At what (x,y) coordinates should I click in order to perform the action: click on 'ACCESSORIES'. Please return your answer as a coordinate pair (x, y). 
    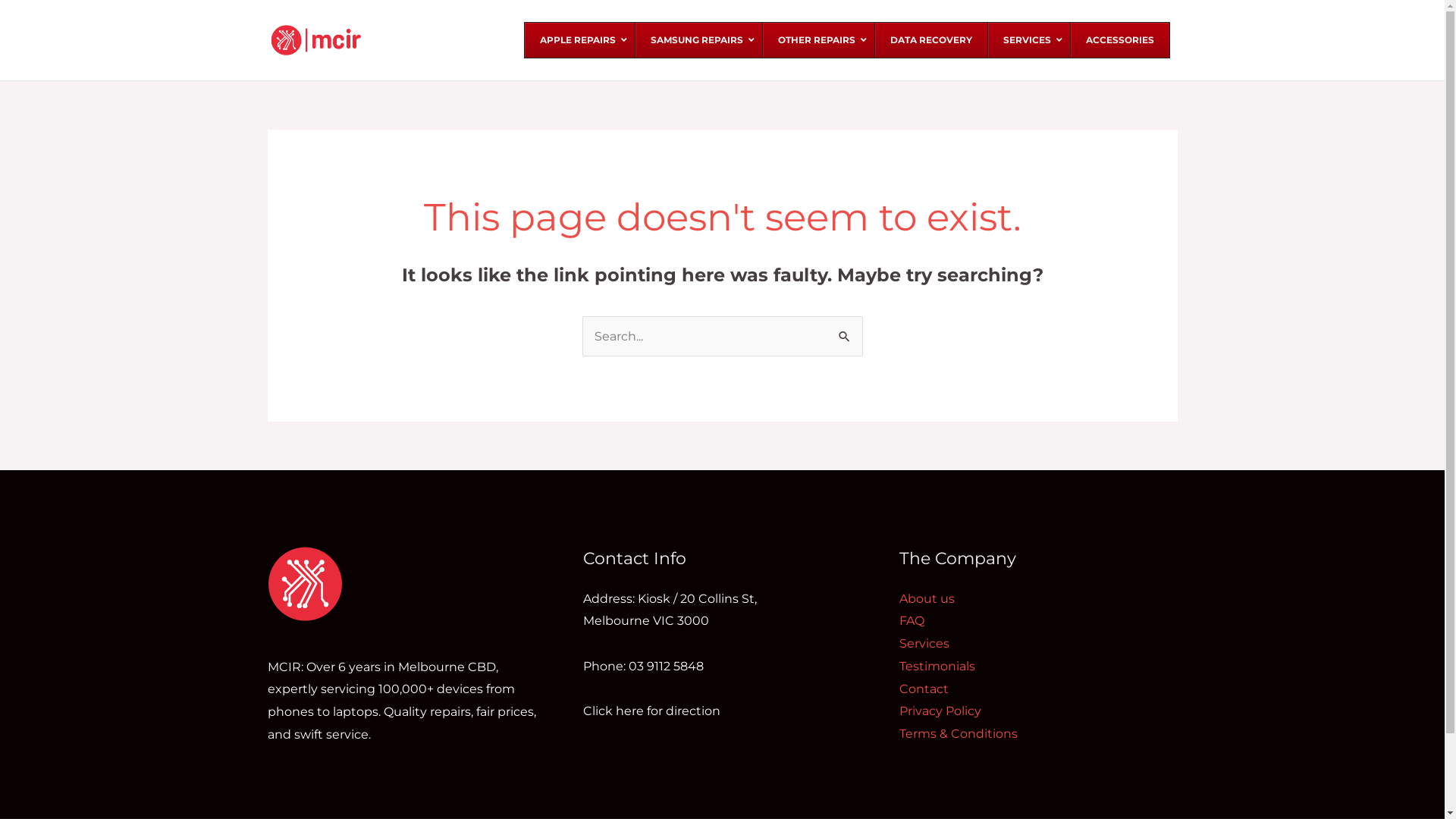
    Looking at the image, I should click on (1119, 39).